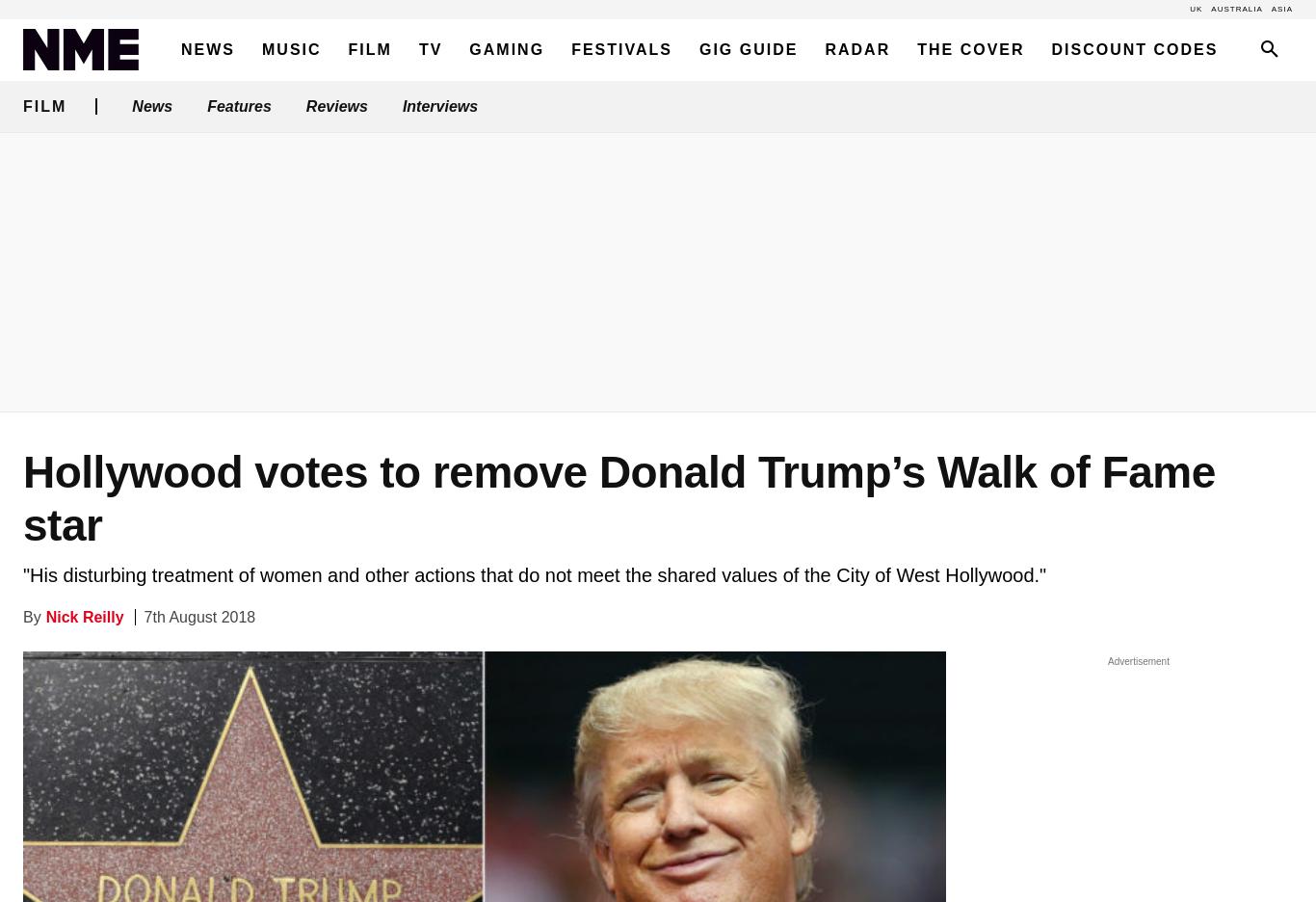  What do you see at coordinates (507, 49) in the screenshot?
I see `'Gaming'` at bounding box center [507, 49].